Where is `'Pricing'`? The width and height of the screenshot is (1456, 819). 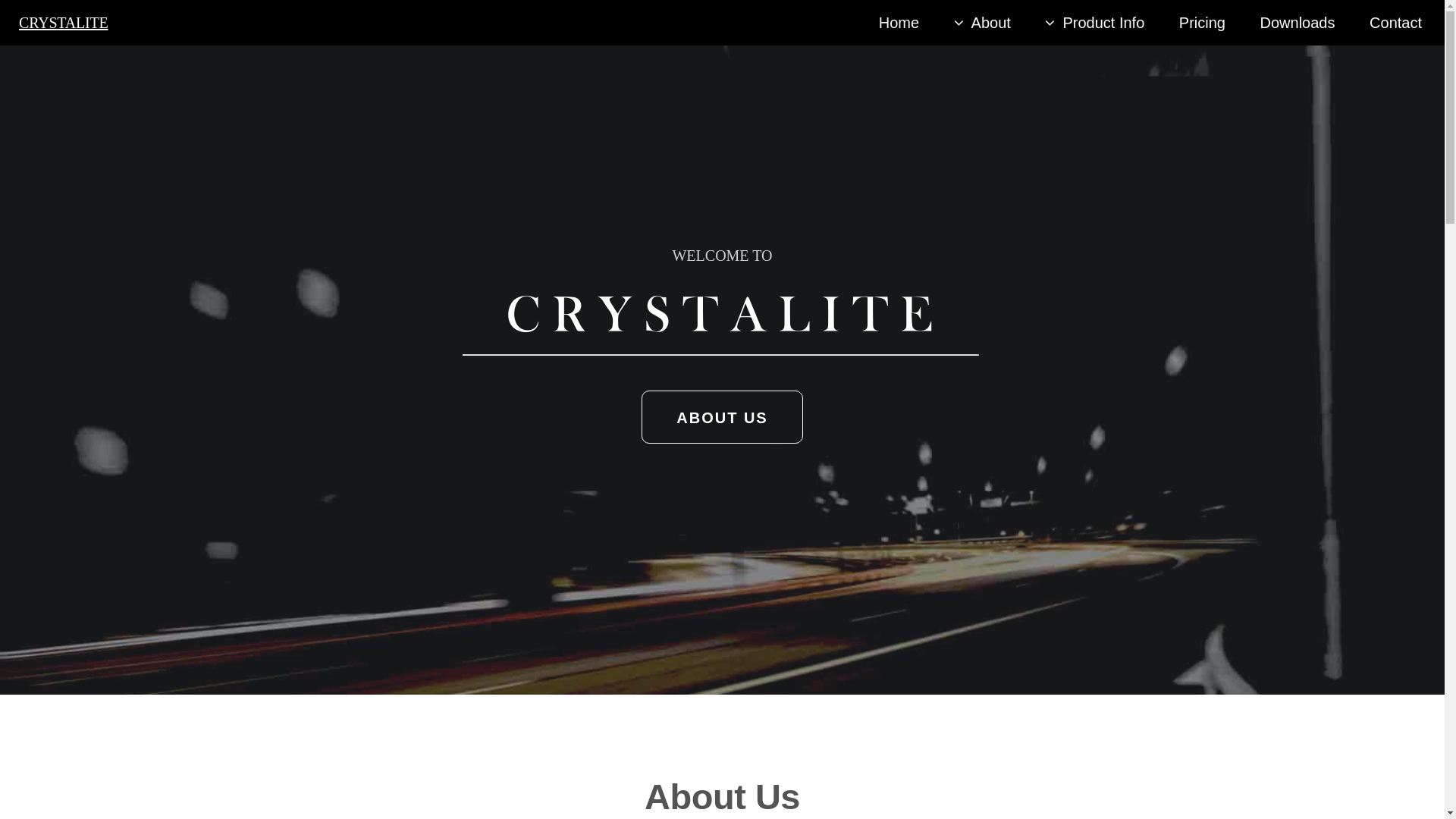 'Pricing' is located at coordinates (1201, 23).